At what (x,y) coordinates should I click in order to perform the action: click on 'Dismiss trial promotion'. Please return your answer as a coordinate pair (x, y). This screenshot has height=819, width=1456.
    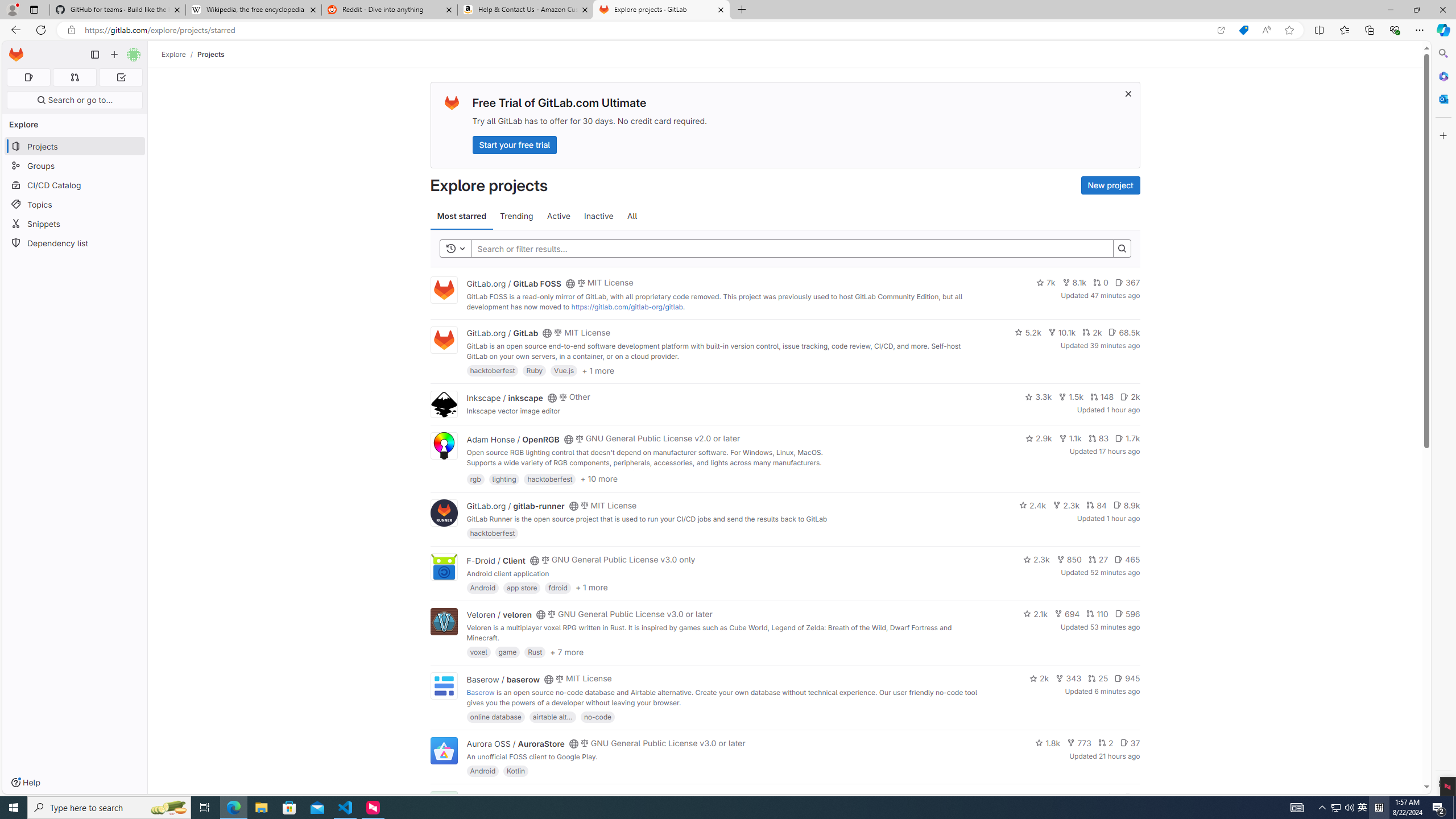
    Looking at the image, I should click on (1128, 93).